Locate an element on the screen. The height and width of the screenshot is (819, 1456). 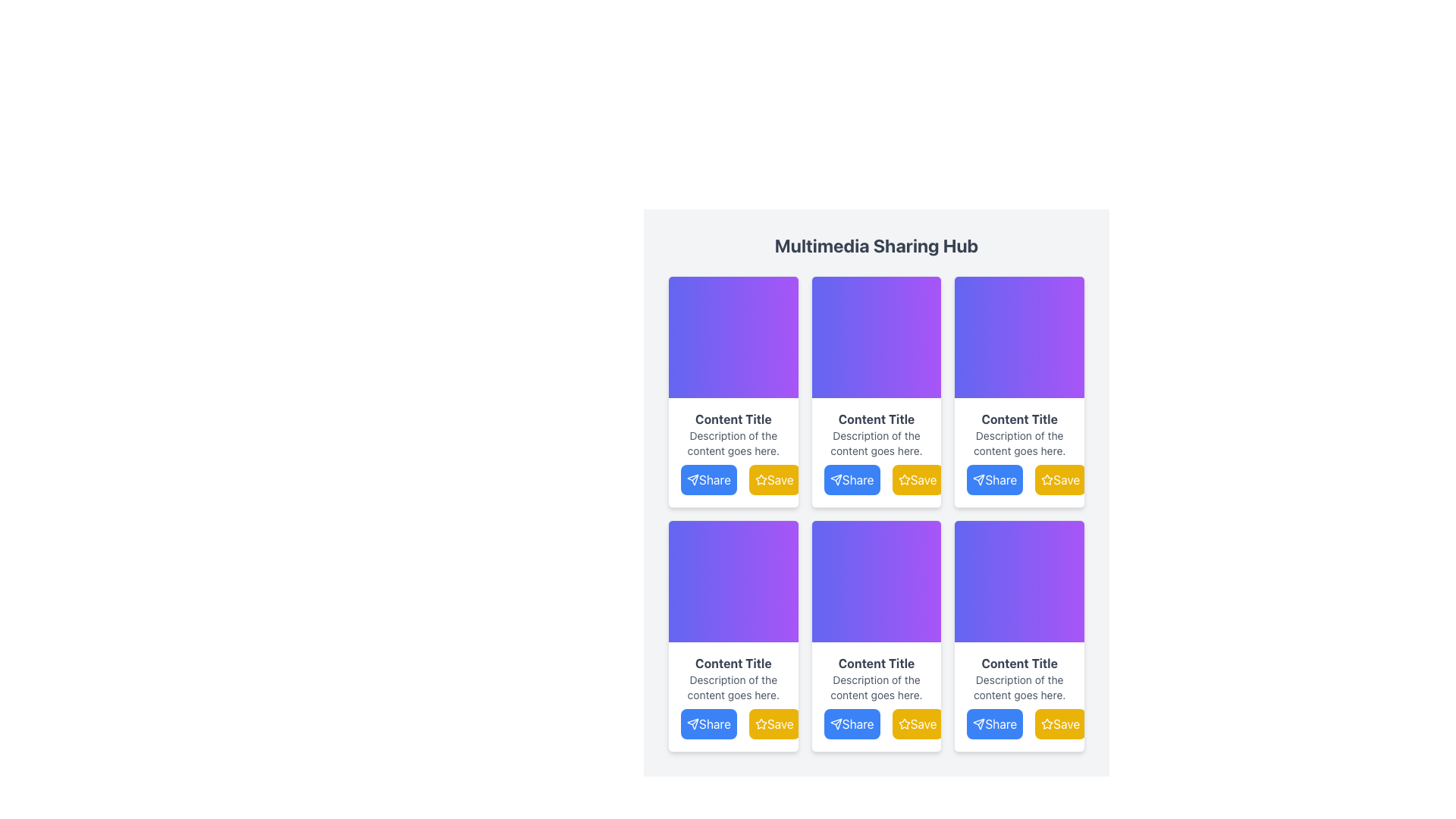
the star icon located to the right of the 'Share' button in the 'Save' button area of the second card in the first row of the grid layout to rate or highlight the content is located at coordinates (761, 479).